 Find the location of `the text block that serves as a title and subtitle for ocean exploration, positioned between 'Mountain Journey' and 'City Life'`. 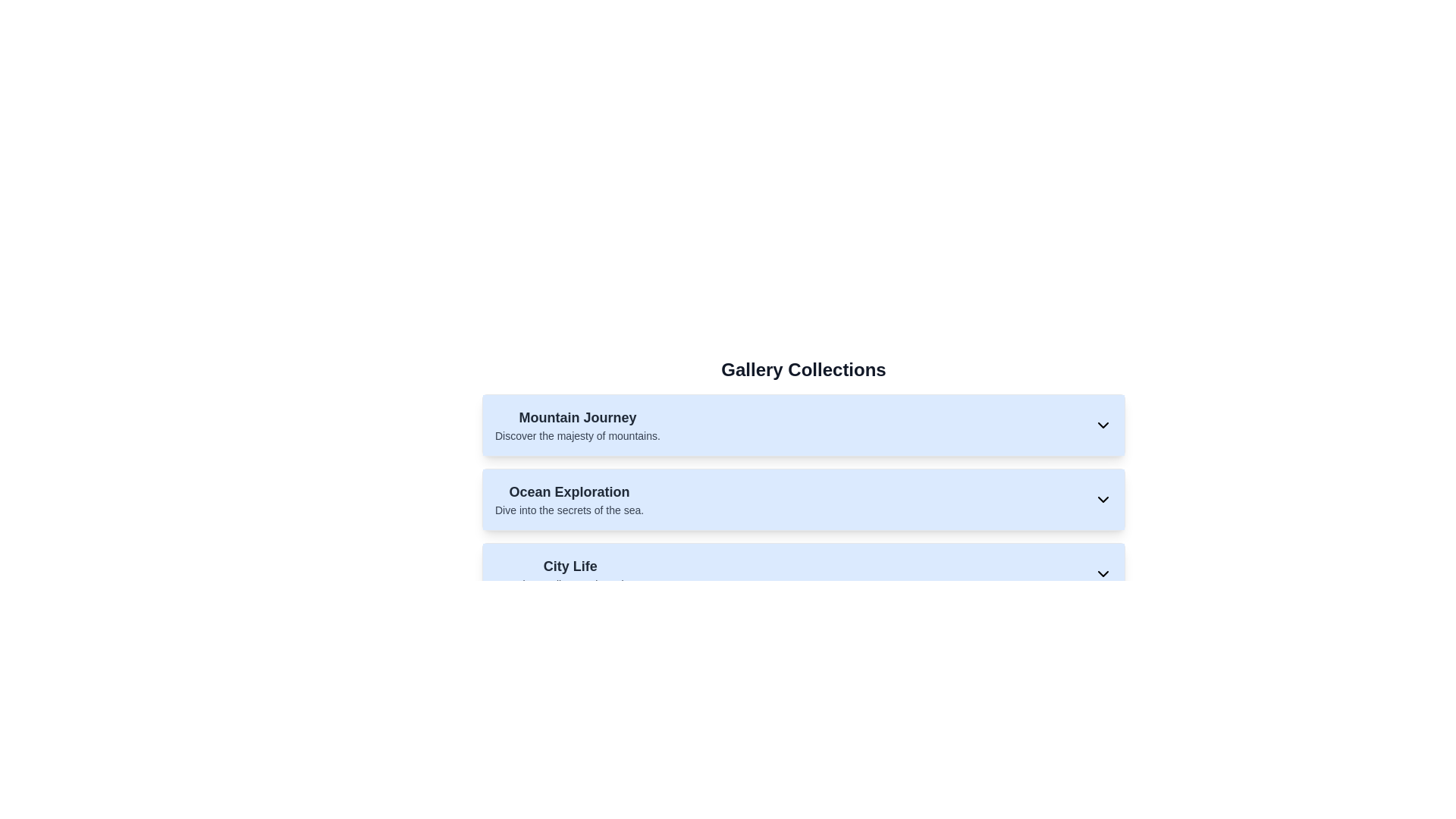

the text block that serves as a title and subtitle for ocean exploration, positioned between 'Mountain Journey' and 'City Life' is located at coordinates (569, 500).